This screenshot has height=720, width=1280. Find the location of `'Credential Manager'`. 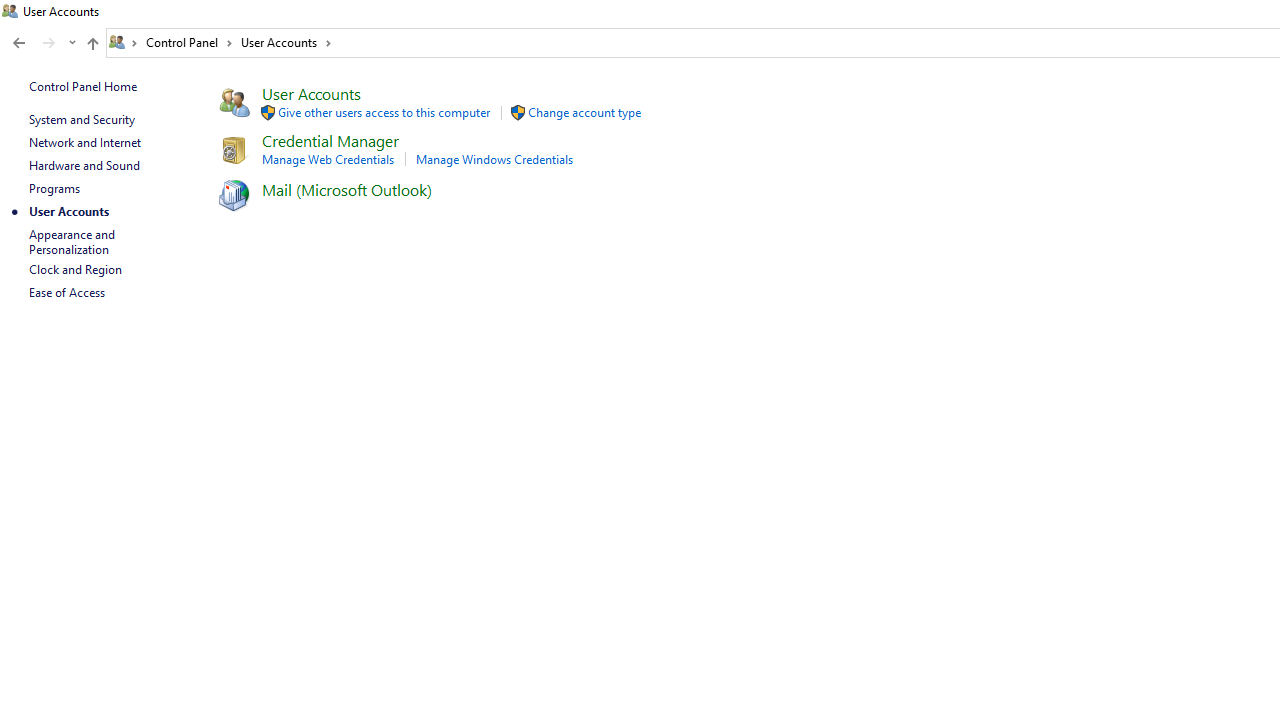

'Credential Manager' is located at coordinates (330, 139).